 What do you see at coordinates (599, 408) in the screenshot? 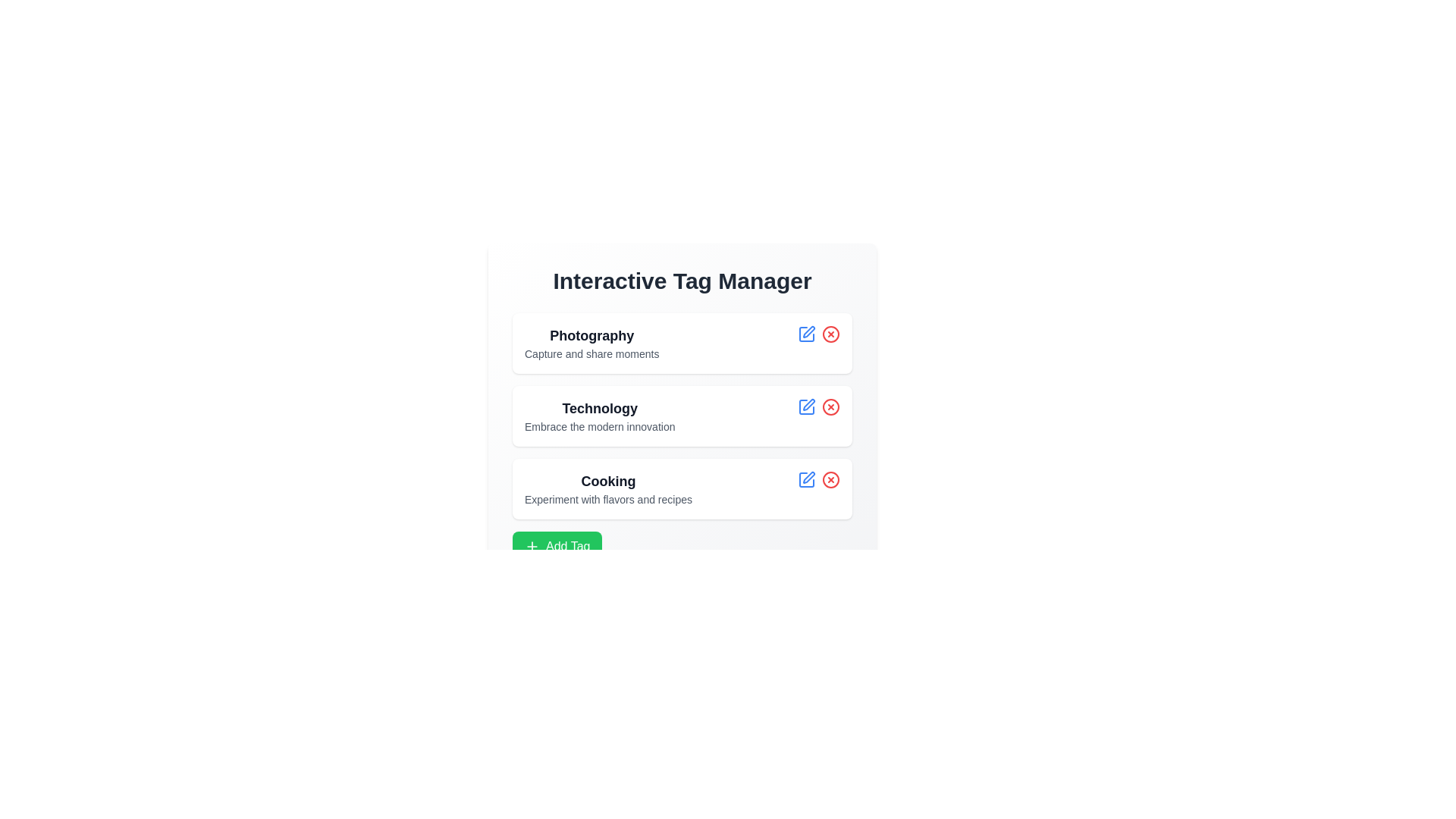
I see `the bold text label reading 'Technology', which is styled with a larger font size and dark gray color, located between 'Photography' and 'Cooking'` at bounding box center [599, 408].